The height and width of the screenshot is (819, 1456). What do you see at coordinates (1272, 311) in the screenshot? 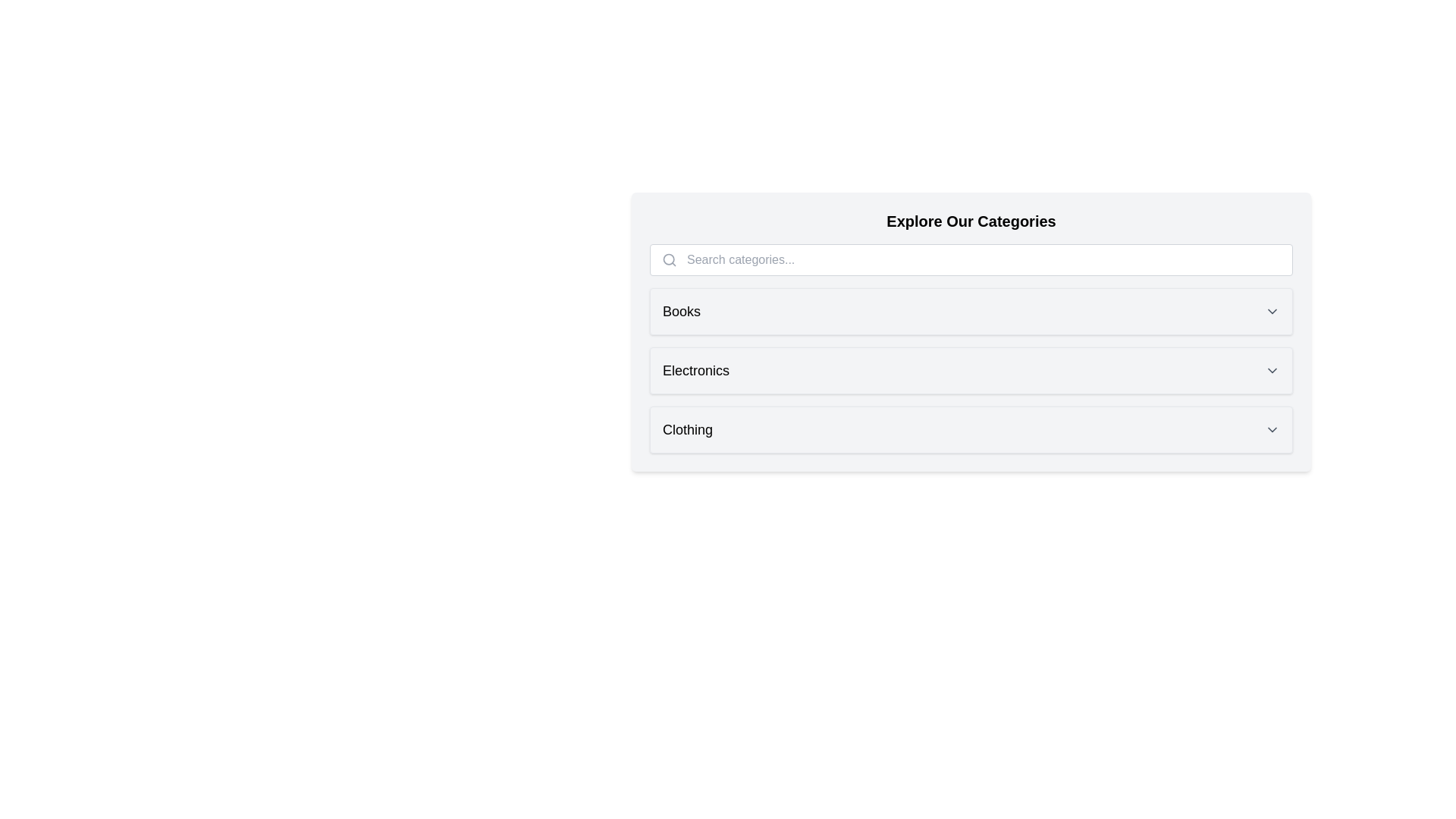
I see `the chevron of the category Books to expand or collapse it` at bounding box center [1272, 311].